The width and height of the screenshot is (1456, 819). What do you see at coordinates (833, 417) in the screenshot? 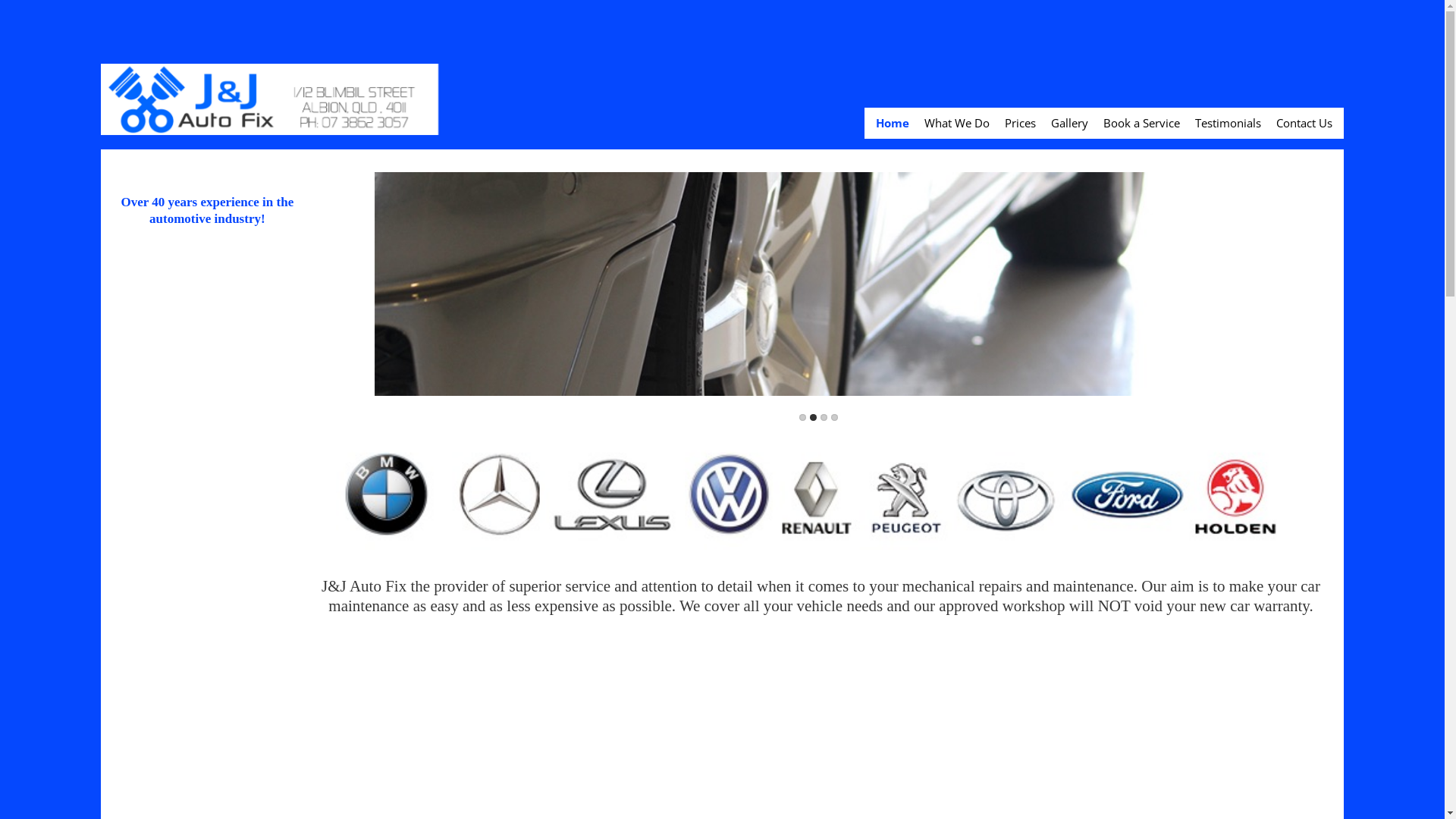
I see `'4'` at bounding box center [833, 417].